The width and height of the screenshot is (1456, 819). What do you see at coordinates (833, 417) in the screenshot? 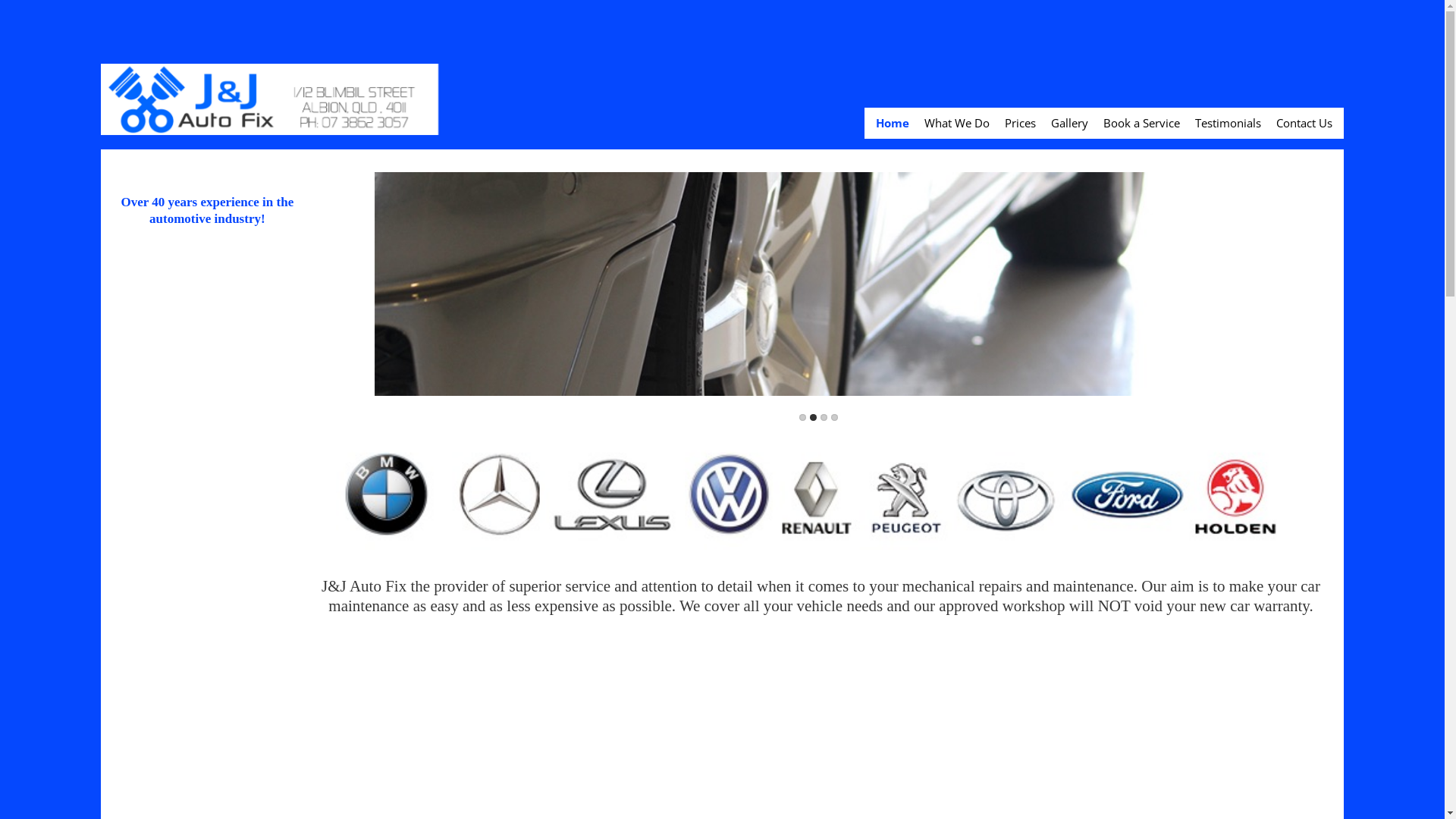
I see `'4'` at bounding box center [833, 417].